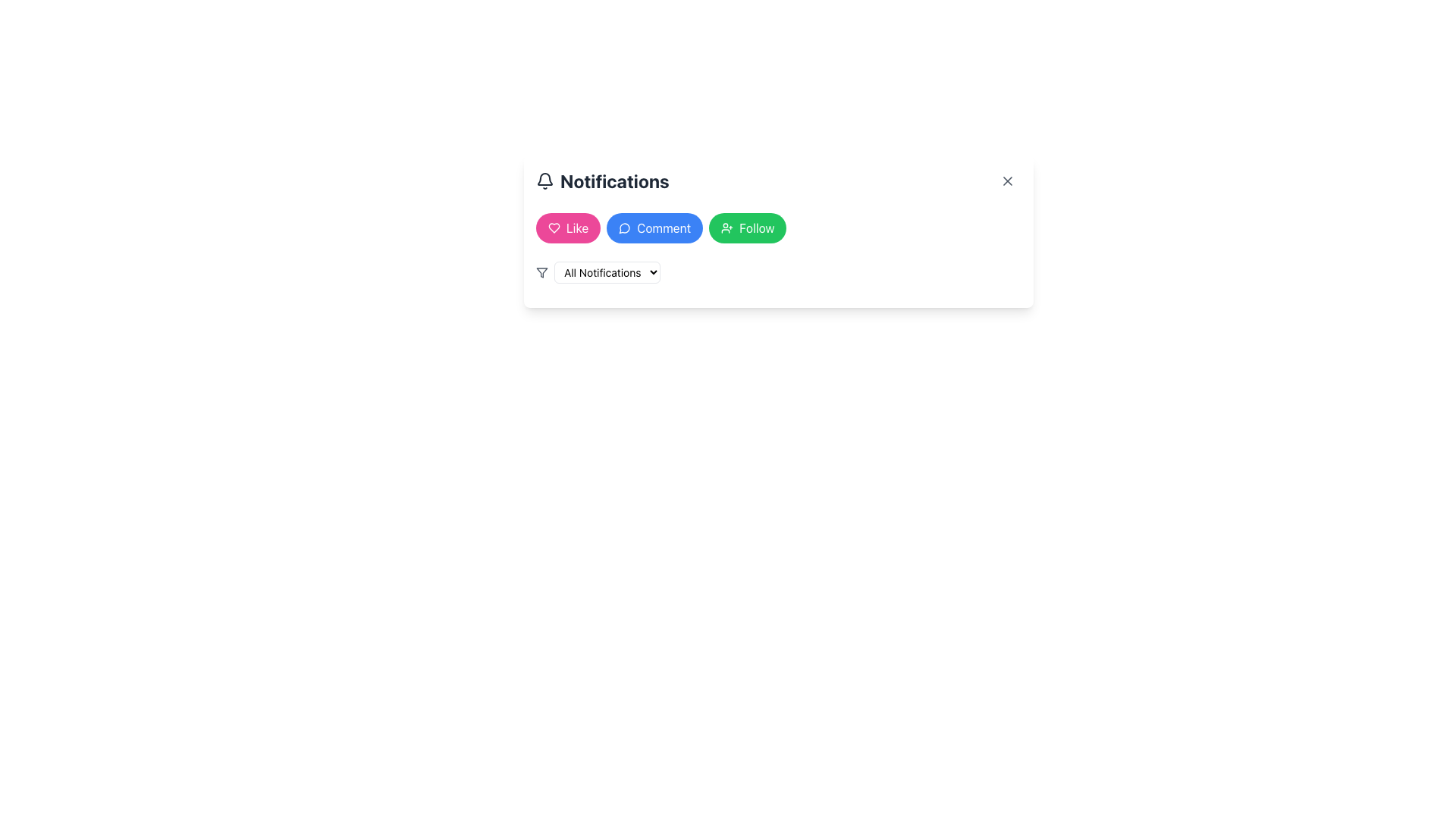  I want to click on the green rounded button labeled 'Follow' to change its background color, so click(748, 227).